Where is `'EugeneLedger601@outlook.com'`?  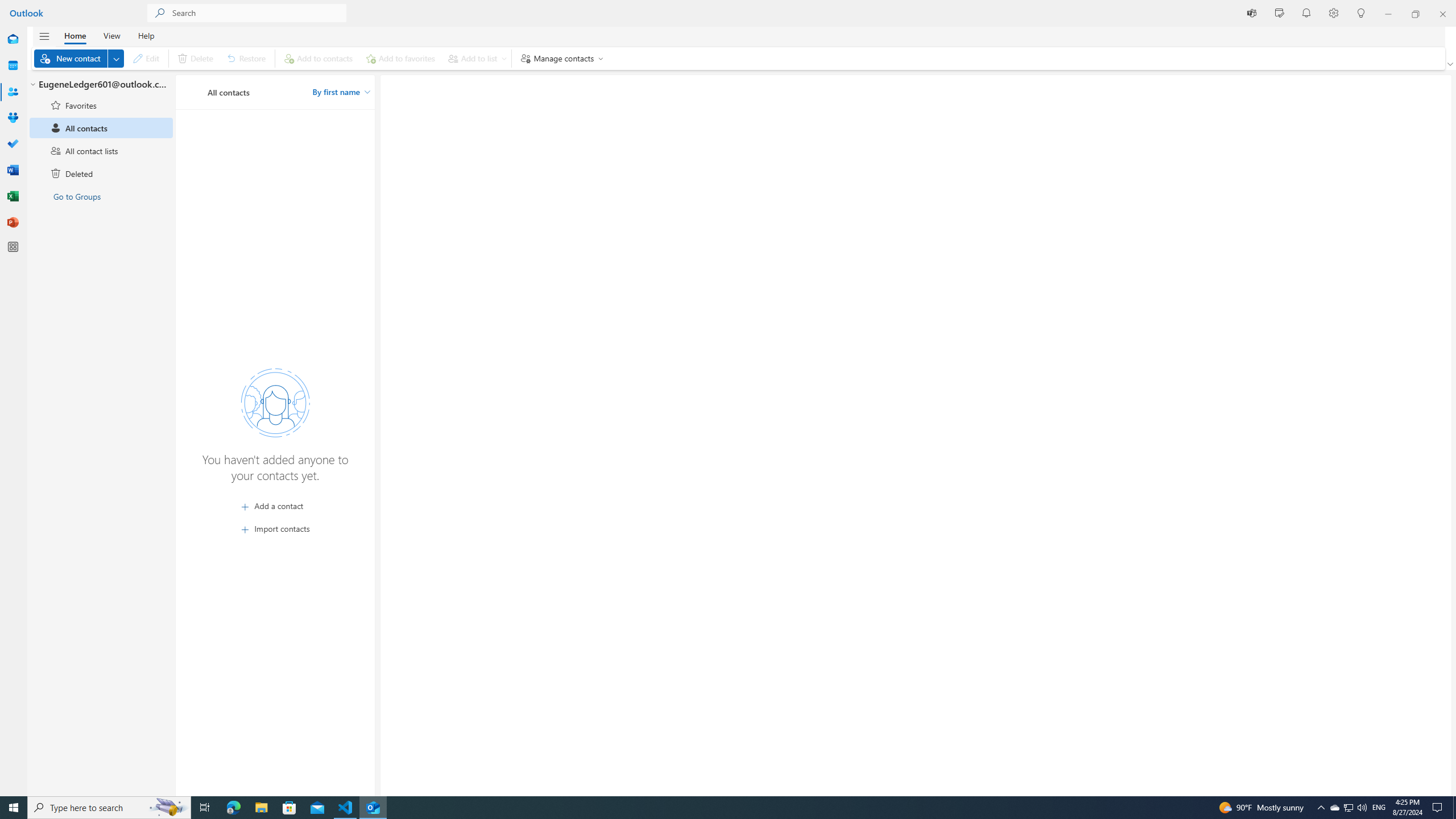 'EugeneLedger601@outlook.com' is located at coordinates (100, 85).